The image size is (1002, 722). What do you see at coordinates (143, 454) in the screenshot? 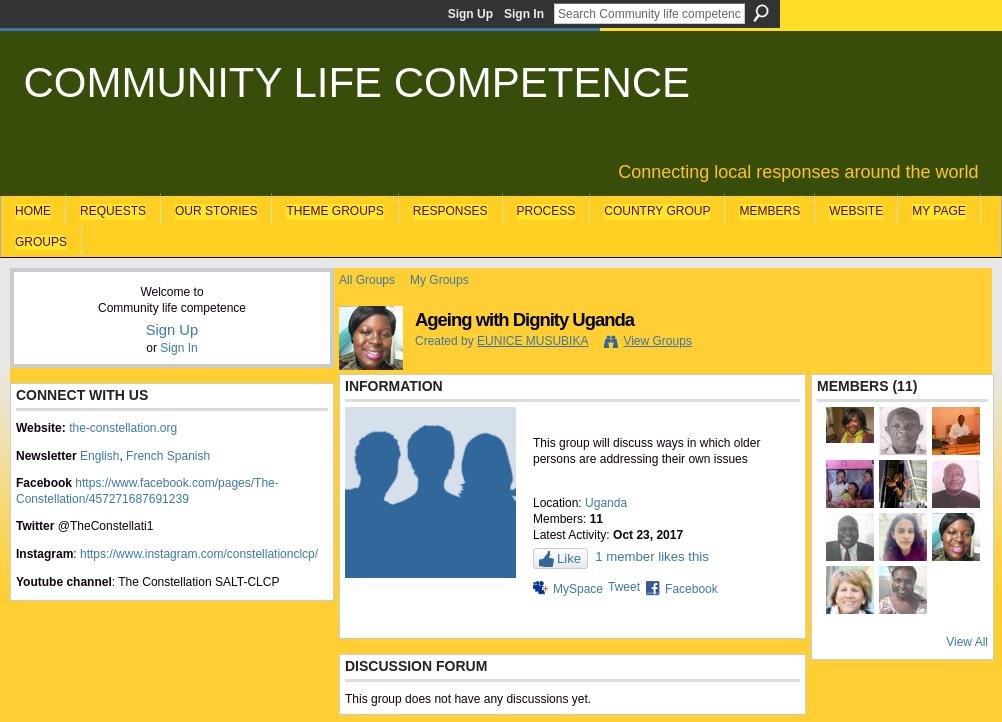
I see `'French'` at bounding box center [143, 454].